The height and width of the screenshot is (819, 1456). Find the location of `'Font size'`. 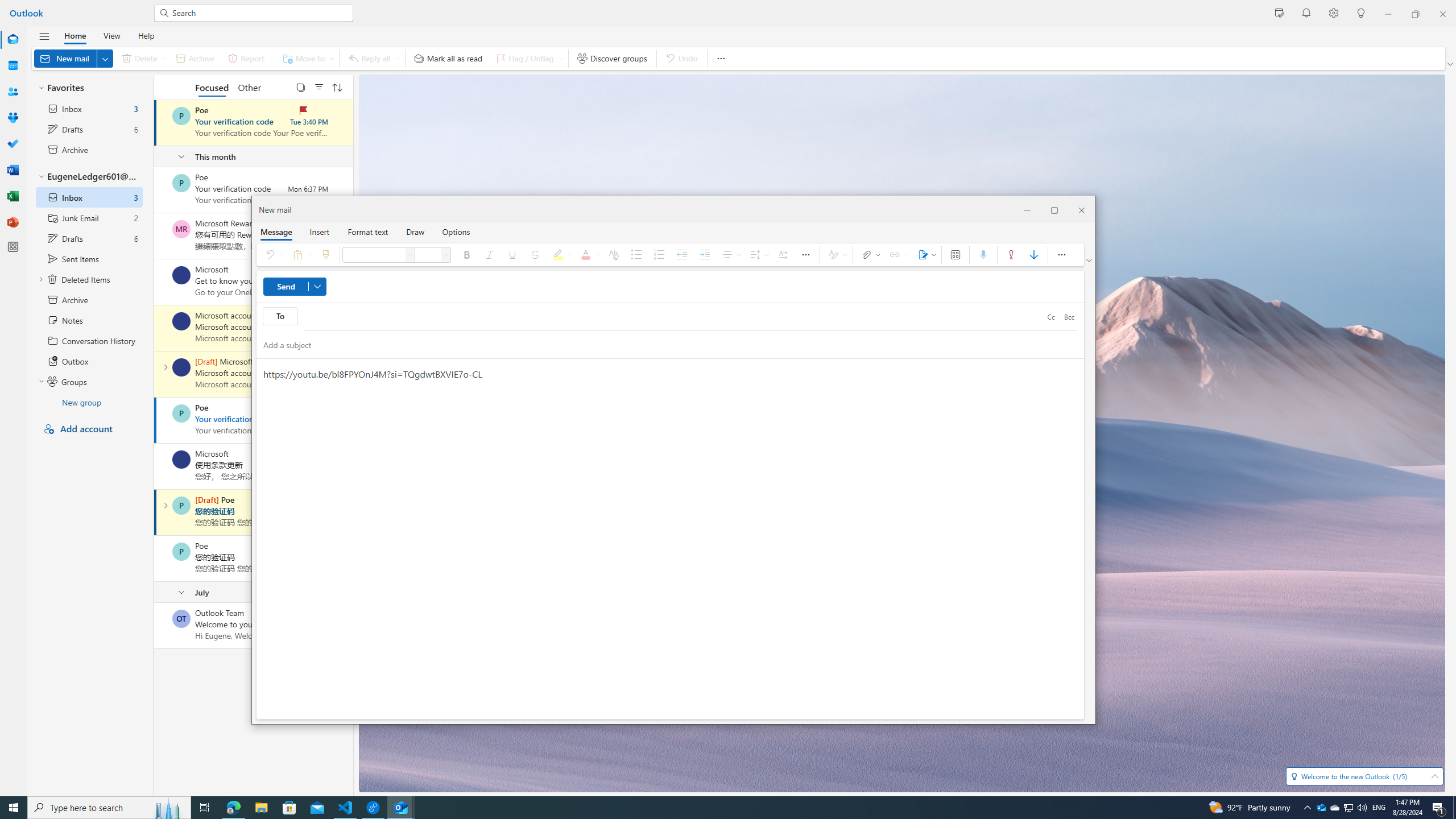

'Font size' is located at coordinates (446, 254).